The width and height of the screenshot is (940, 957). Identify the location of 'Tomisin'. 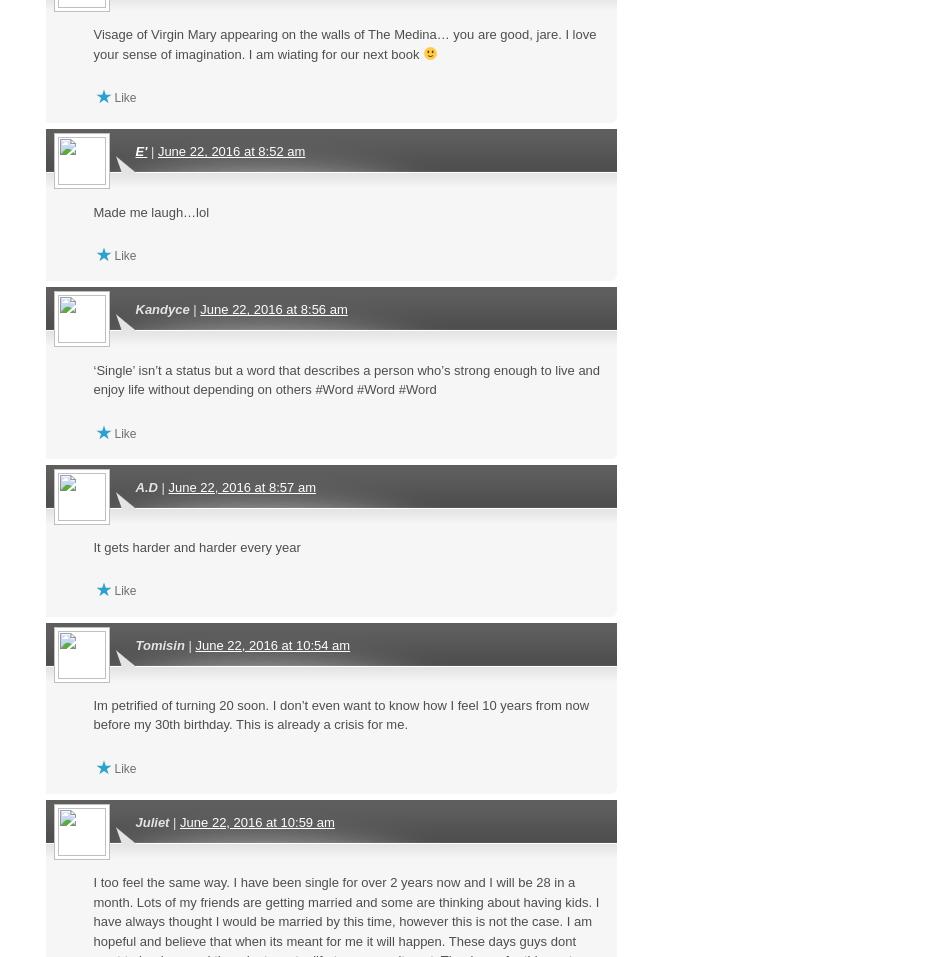
(159, 643).